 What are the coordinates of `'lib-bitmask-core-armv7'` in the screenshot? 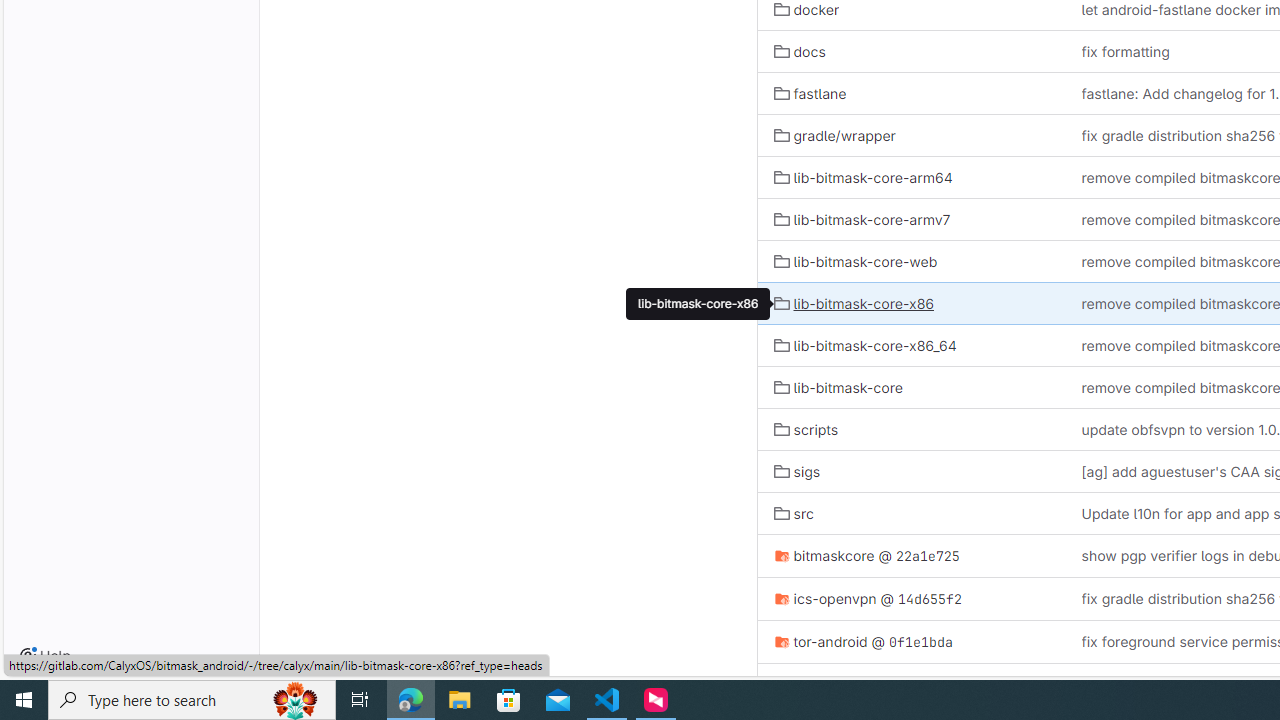 It's located at (862, 219).